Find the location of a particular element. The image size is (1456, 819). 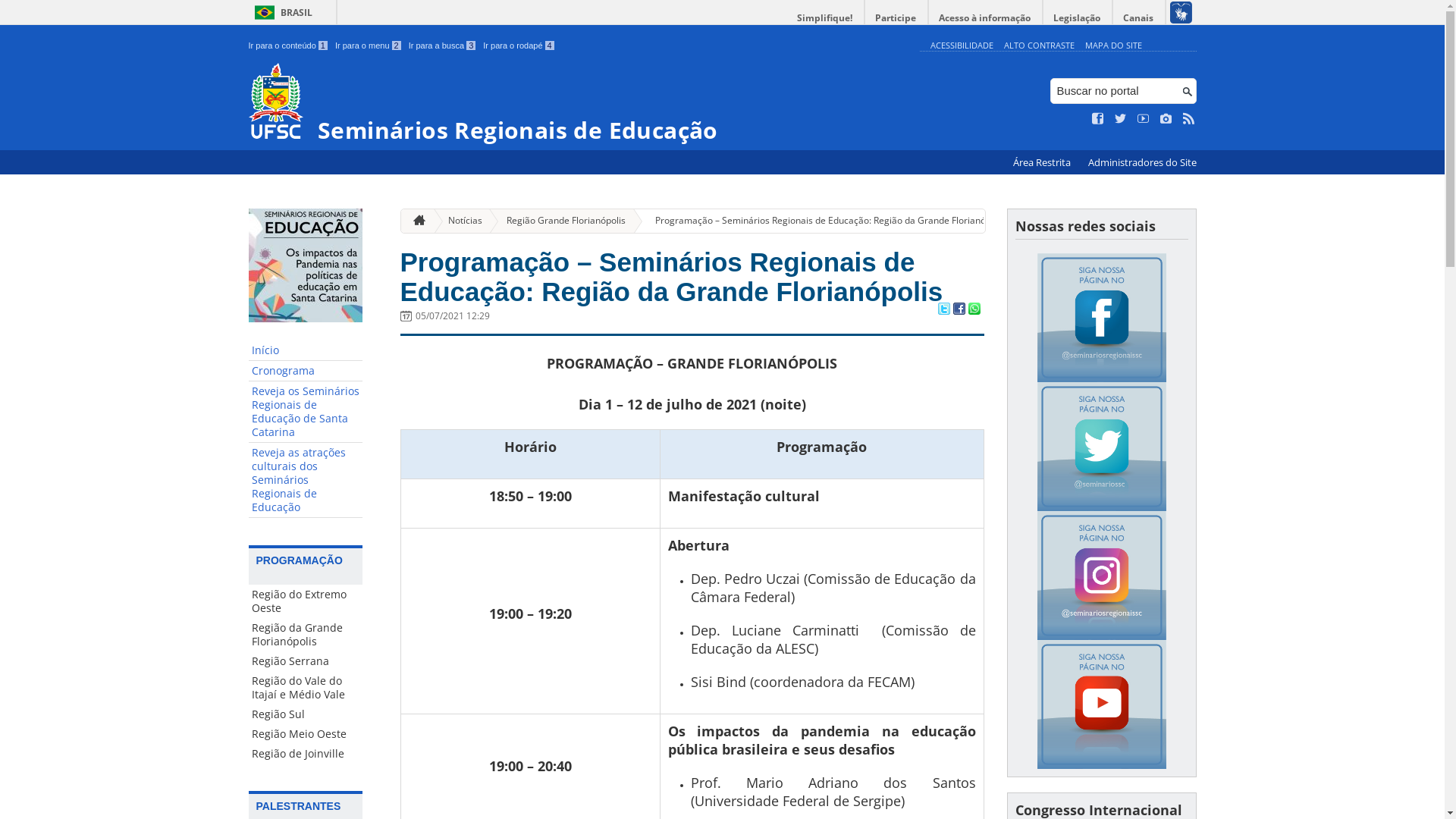

'Participe' is located at coordinates (864, 17).